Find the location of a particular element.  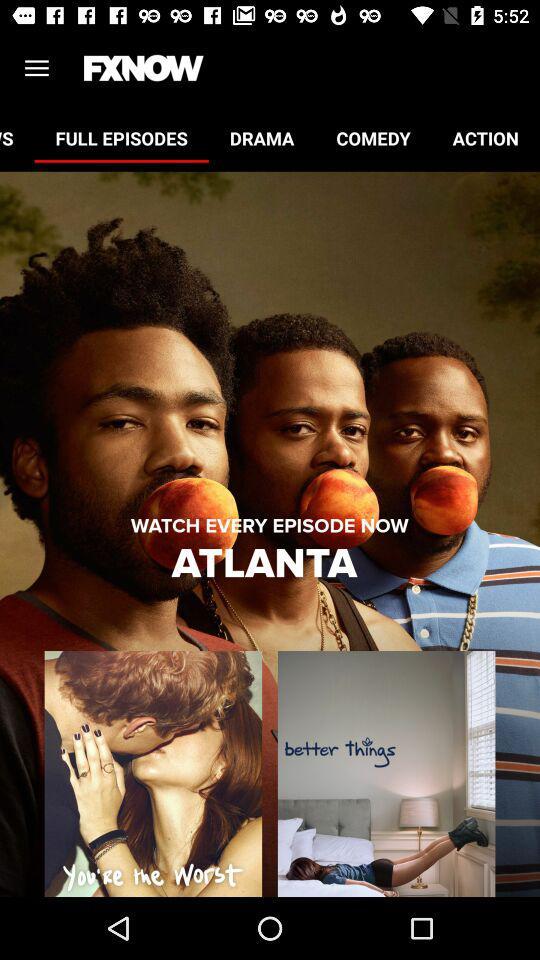

action is located at coordinates (485, 137).